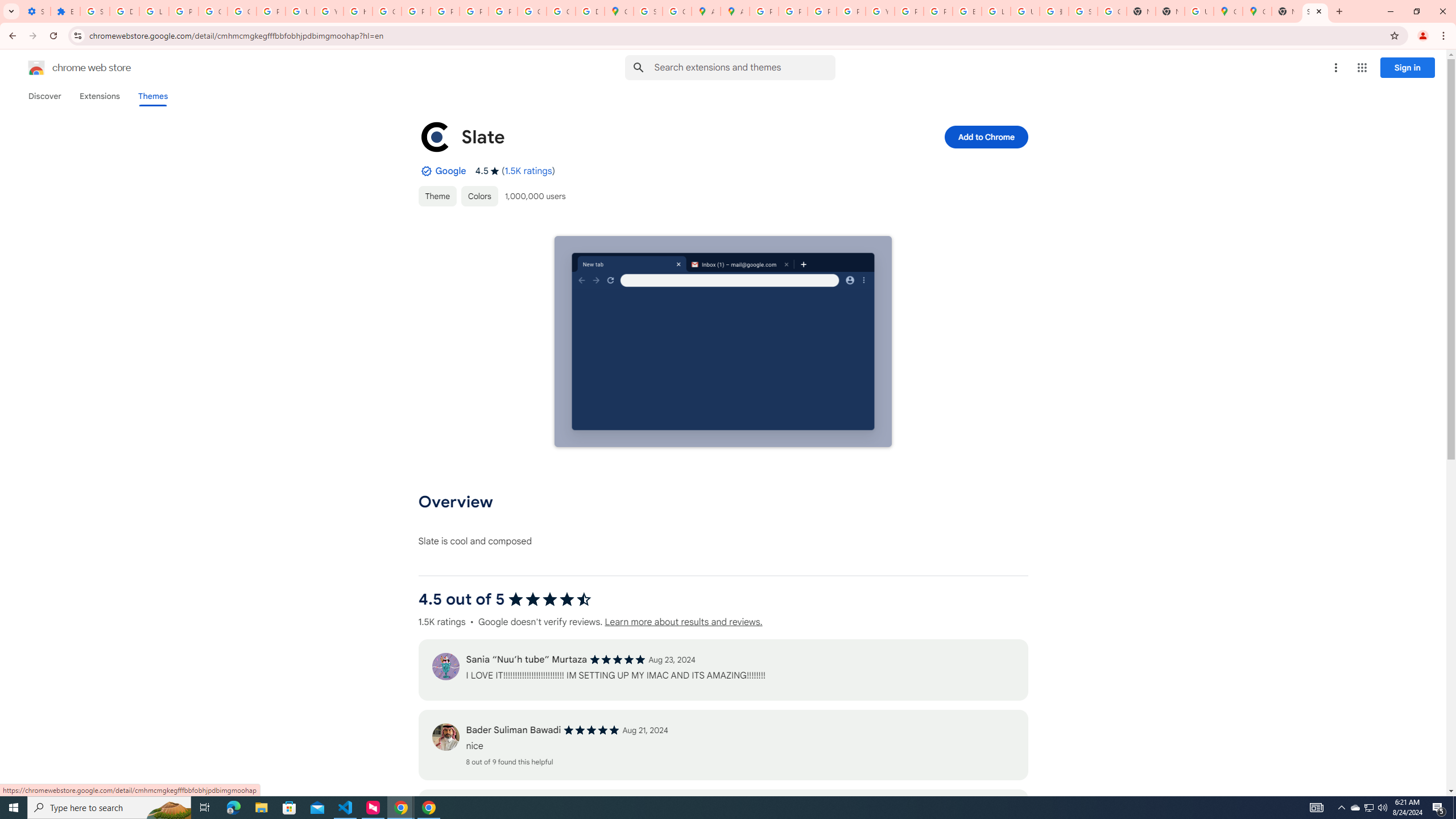 The width and height of the screenshot is (1456, 819). What do you see at coordinates (763, 11) in the screenshot?
I see `'Policy Accountability and Transparency - Transparency Center'` at bounding box center [763, 11].